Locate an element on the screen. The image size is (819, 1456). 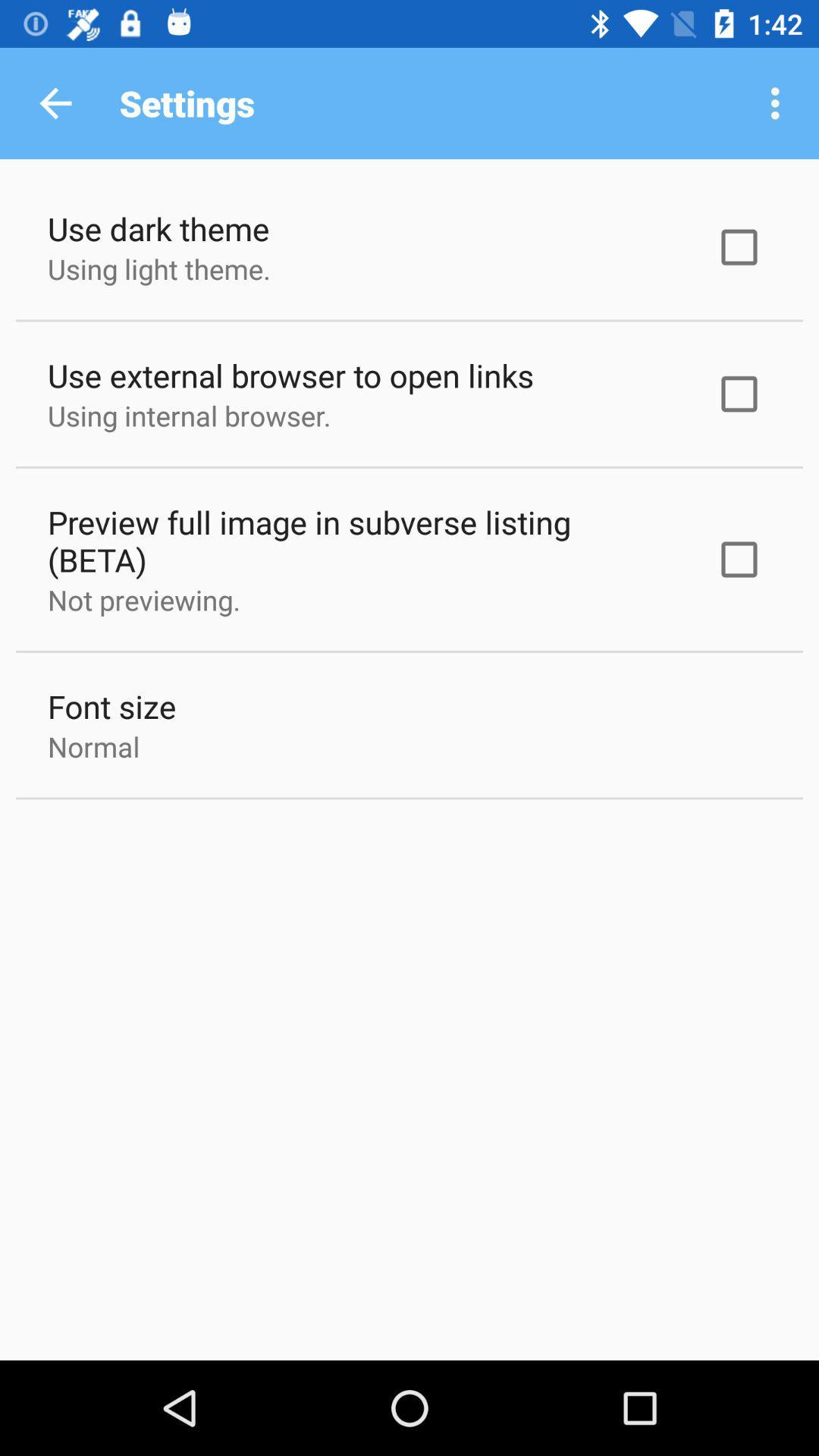
the item below the preview full image is located at coordinates (144, 599).